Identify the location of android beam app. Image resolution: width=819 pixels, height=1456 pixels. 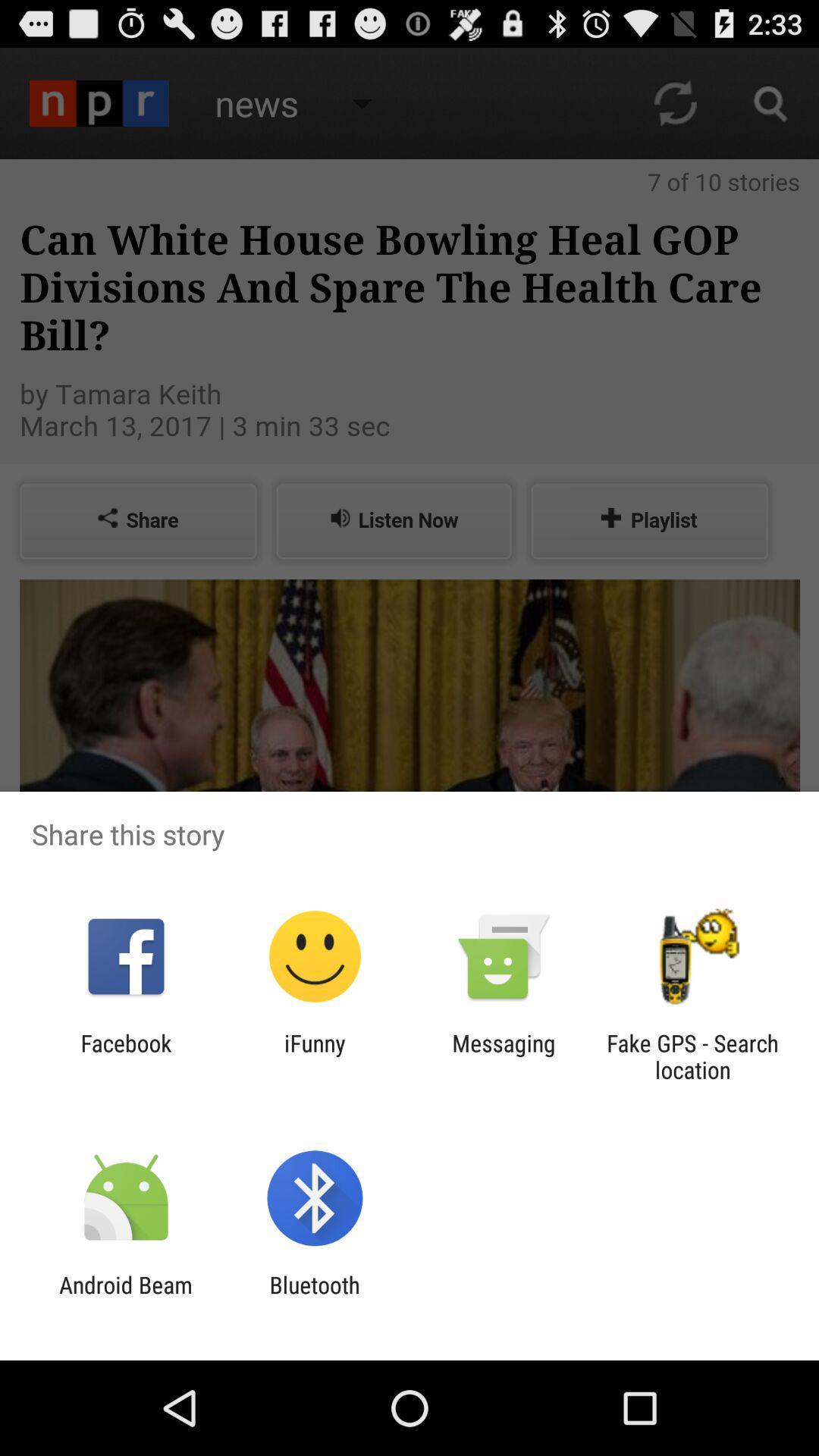
(125, 1298).